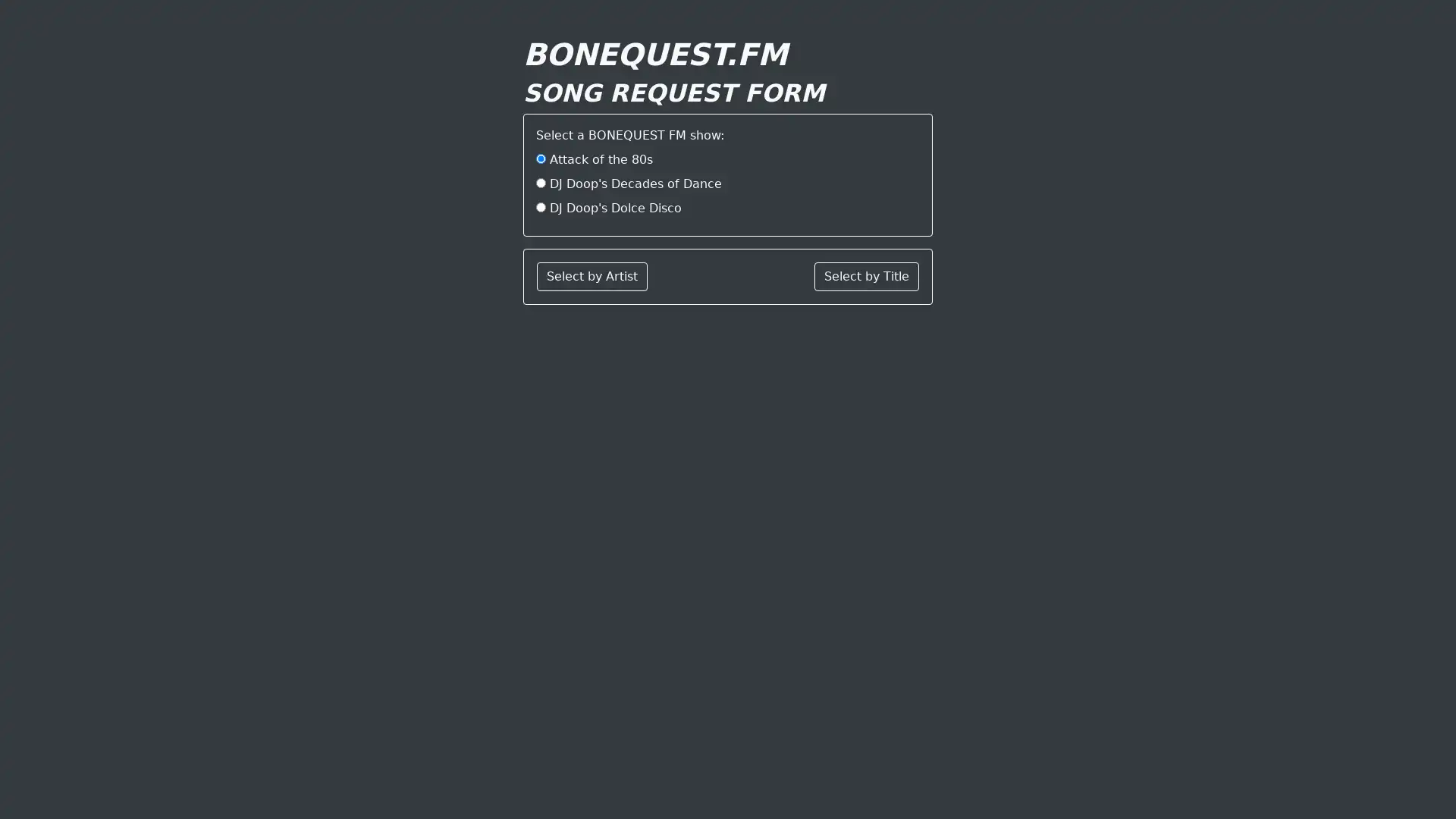 Image resolution: width=1456 pixels, height=819 pixels. Describe the element at coordinates (591, 277) in the screenshot. I see `Select by Artist` at that location.